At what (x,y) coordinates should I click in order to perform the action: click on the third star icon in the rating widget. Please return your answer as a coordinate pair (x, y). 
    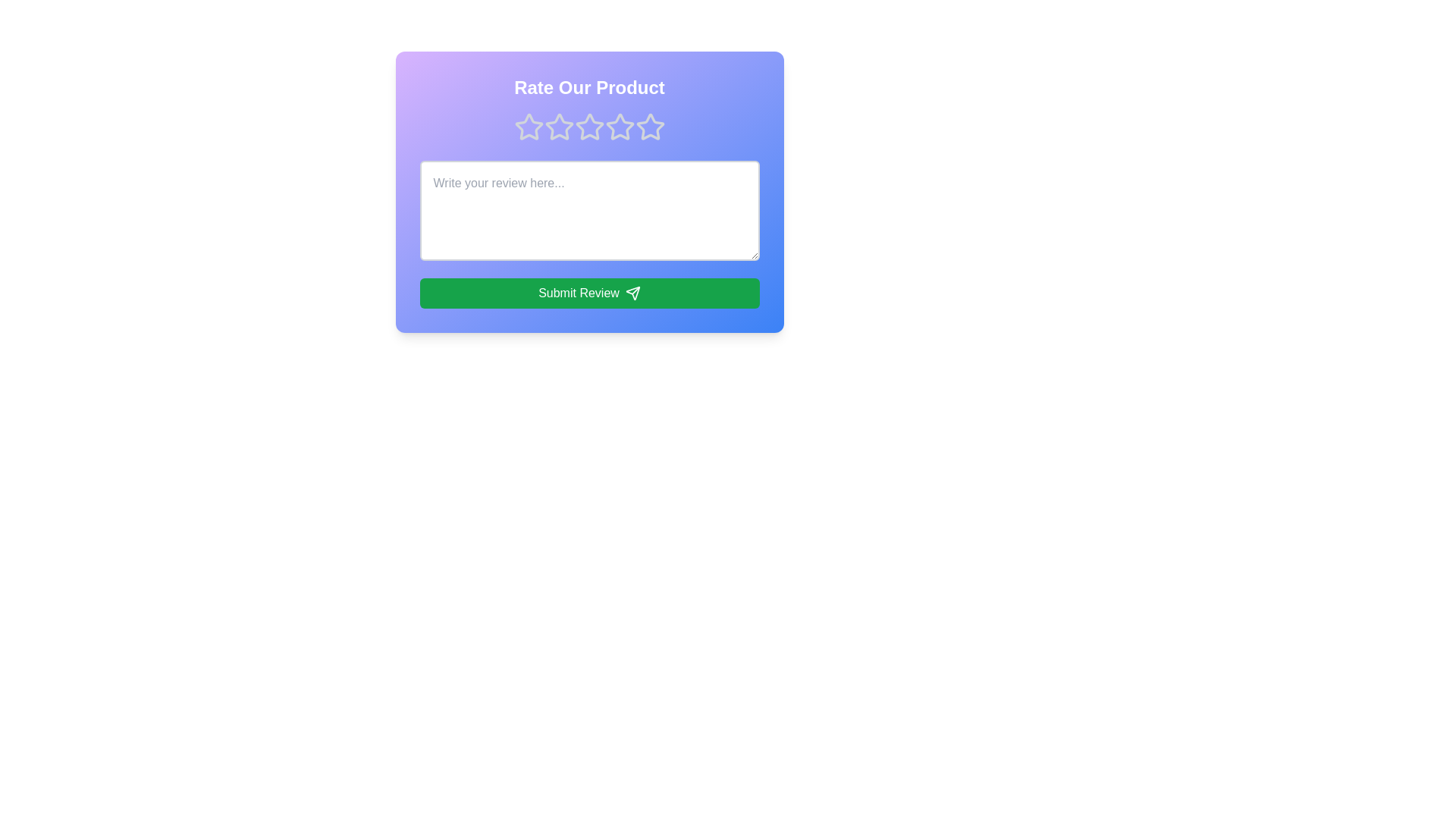
    Looking at the image, I should click on (620, 126).